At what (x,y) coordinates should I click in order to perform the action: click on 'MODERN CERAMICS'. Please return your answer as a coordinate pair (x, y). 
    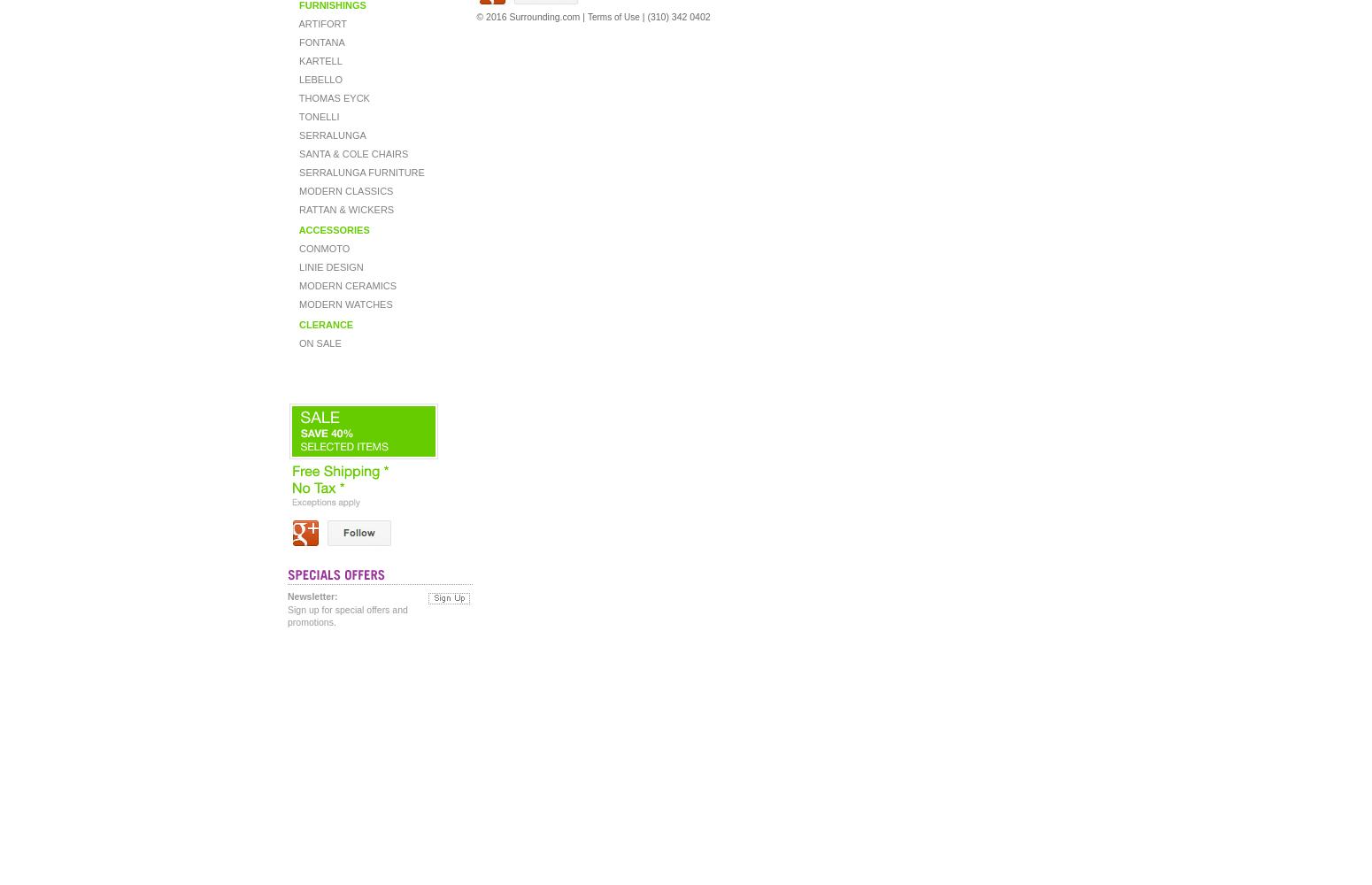
    Looking at the image, I should click on (295, 285).